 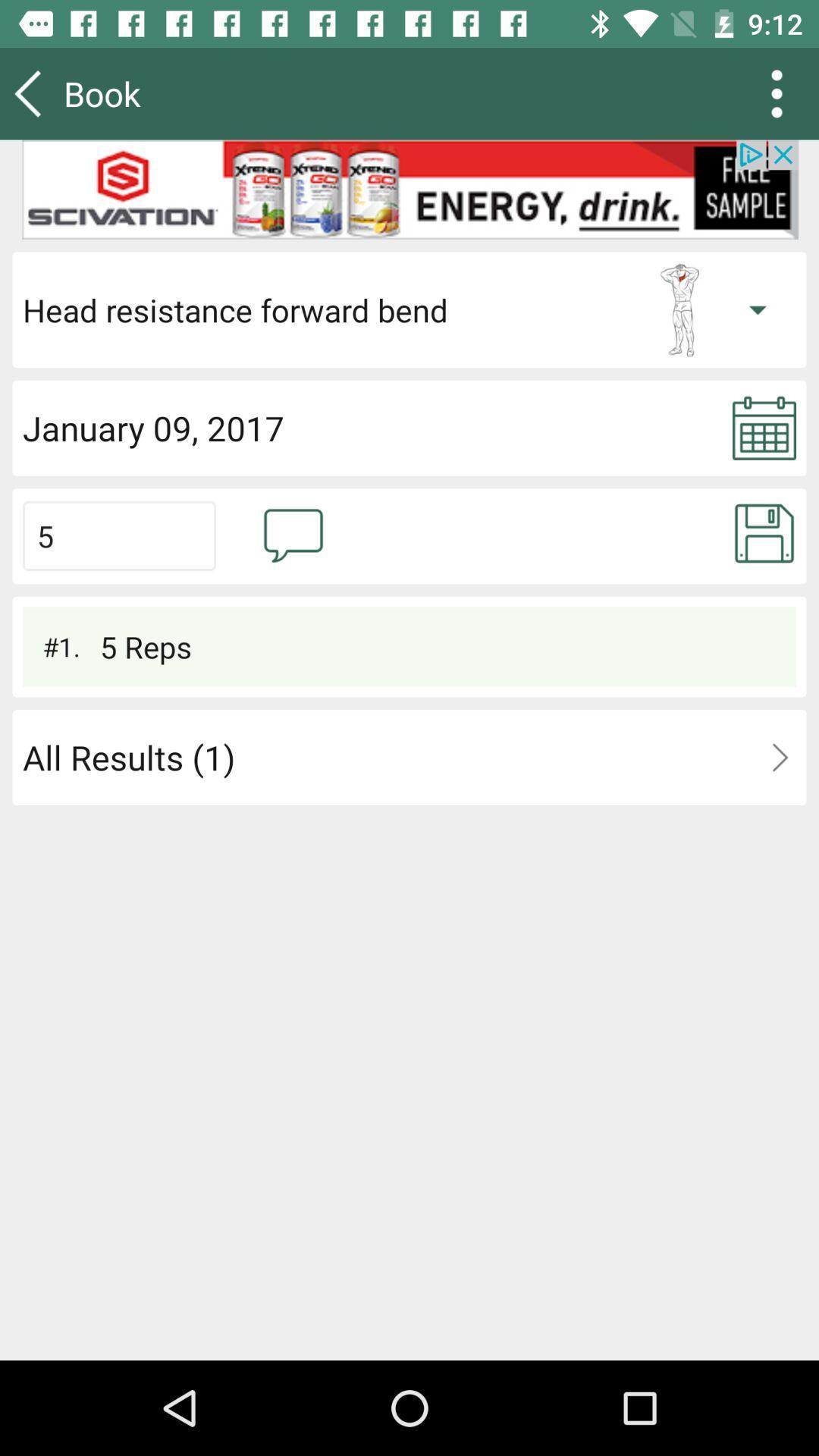 What do you see at coordinates (782, 93) in the screenshot?
I see `the more icon` at bounding box center [782, 93].